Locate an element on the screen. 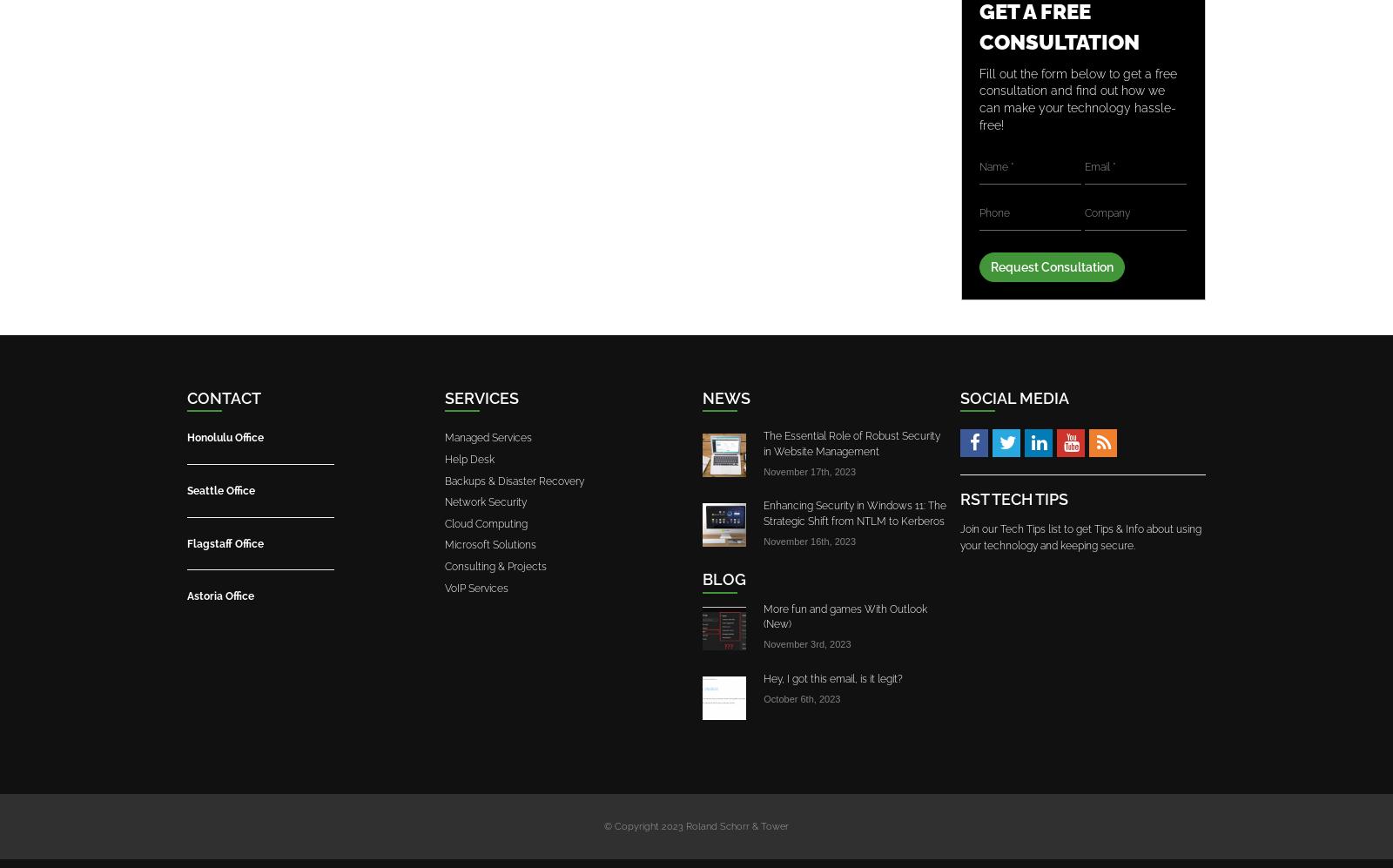  'Contact' is located at coordinates (224, 398).